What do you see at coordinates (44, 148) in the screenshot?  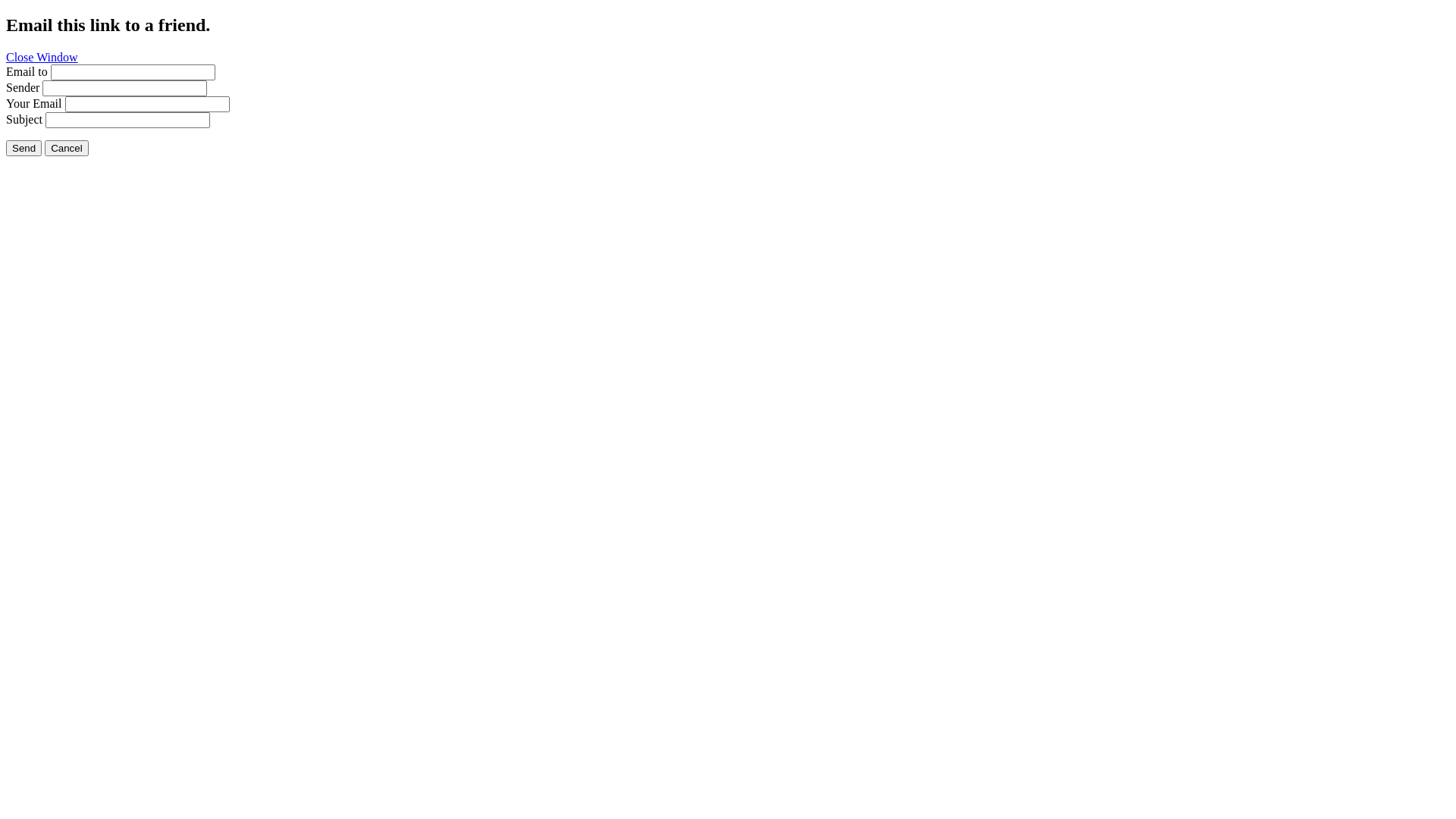 I see `'Cancel'` at bounding box center [44, 148].